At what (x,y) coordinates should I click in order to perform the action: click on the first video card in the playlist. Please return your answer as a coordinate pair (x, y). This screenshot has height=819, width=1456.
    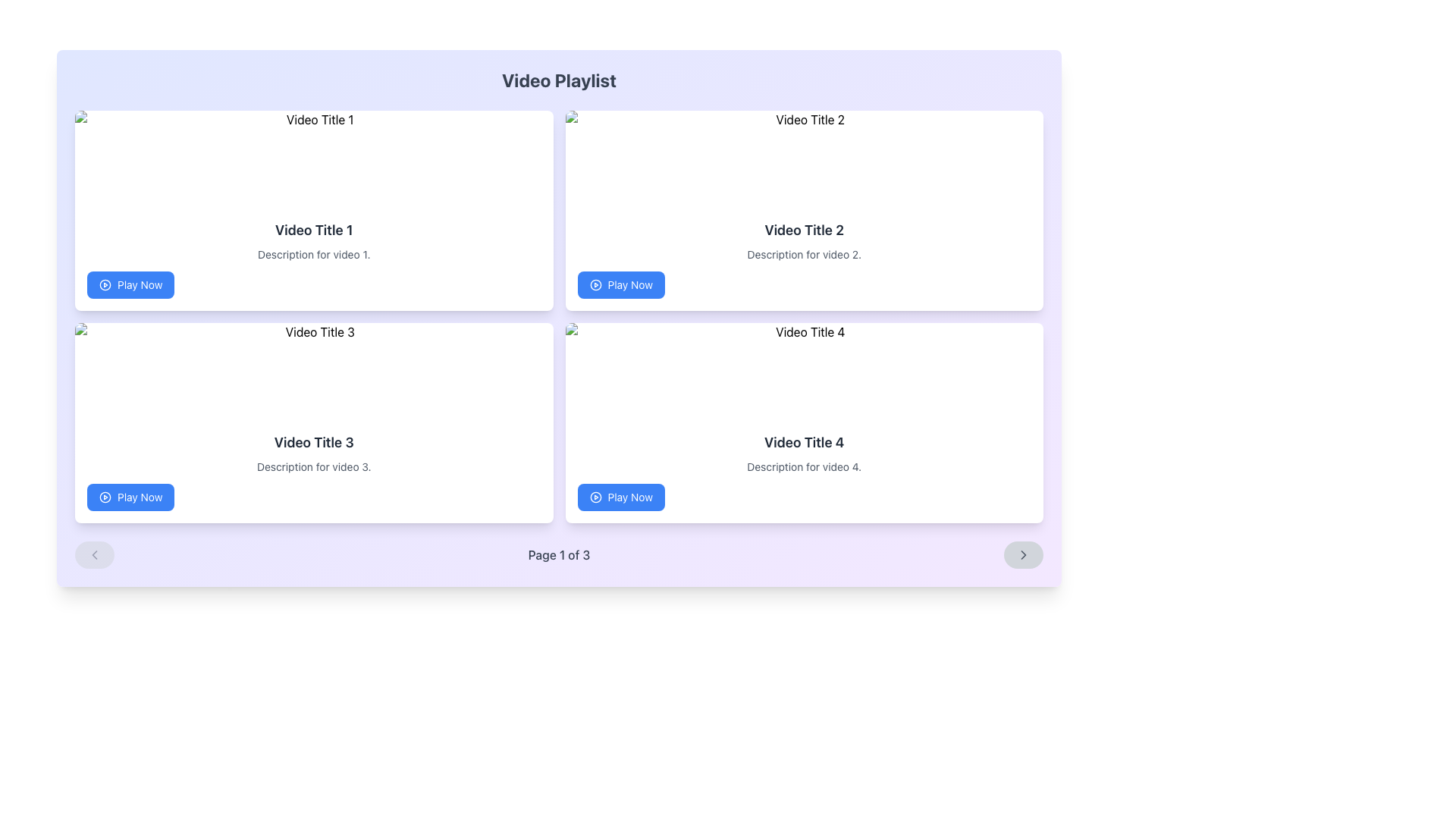
    Looking at the image, I should click on (313, 210).